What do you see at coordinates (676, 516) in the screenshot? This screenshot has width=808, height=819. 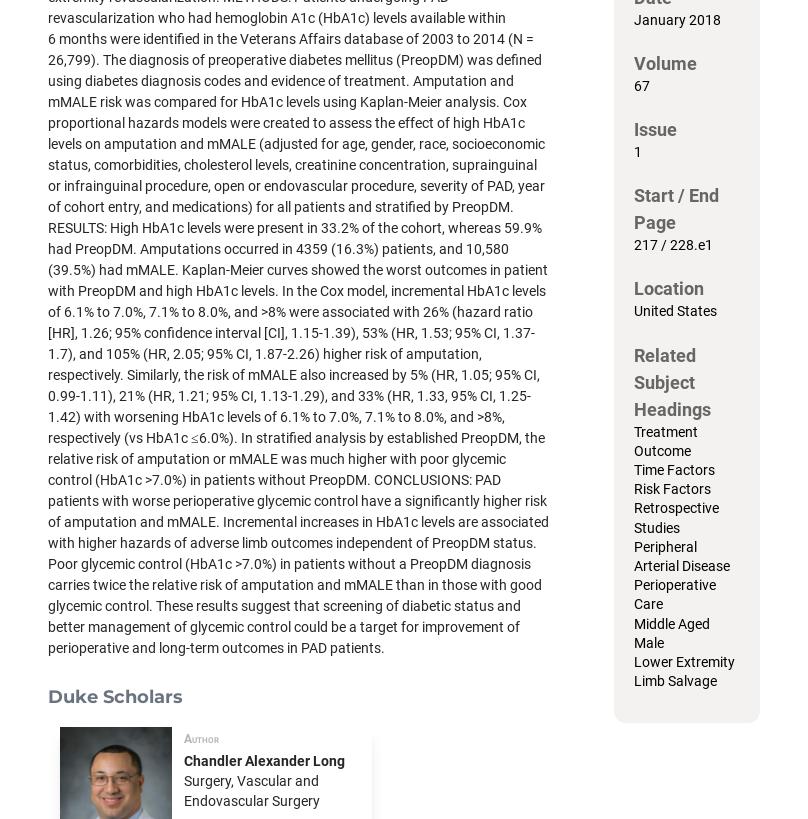 I see `'Retrospective Studies'` at bounding box center [676, 516].